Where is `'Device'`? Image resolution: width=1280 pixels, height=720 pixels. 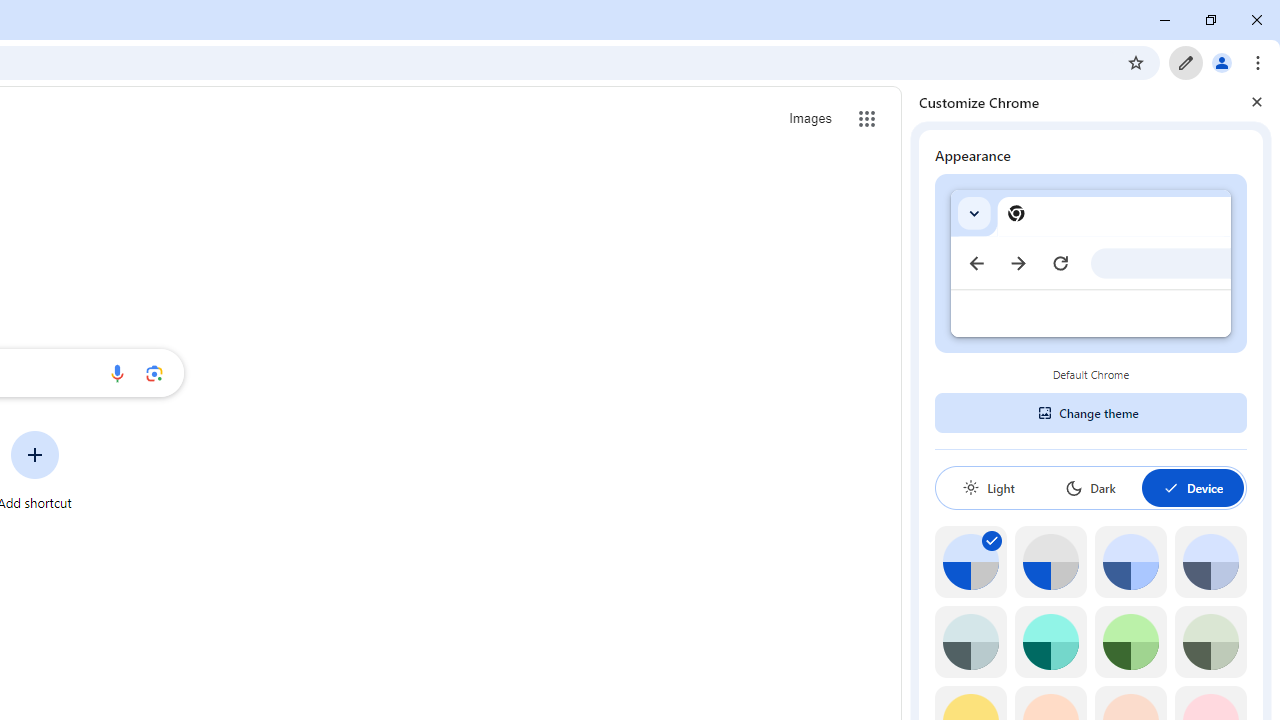 'Device' is located at coordinates (1192, 487).